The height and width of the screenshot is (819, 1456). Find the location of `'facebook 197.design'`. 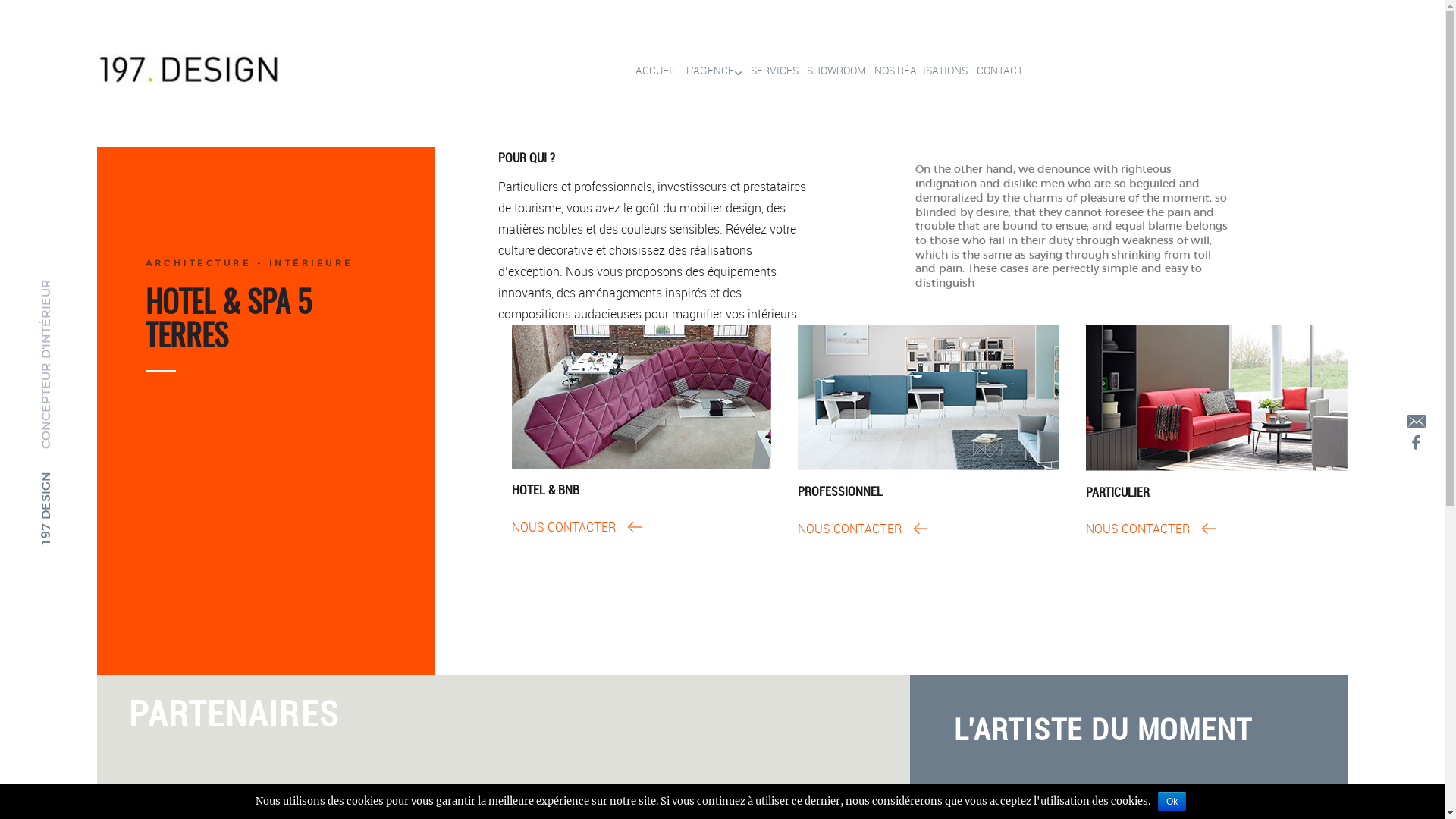

'facebook 197.design' is located at coordinates (1415, 442).